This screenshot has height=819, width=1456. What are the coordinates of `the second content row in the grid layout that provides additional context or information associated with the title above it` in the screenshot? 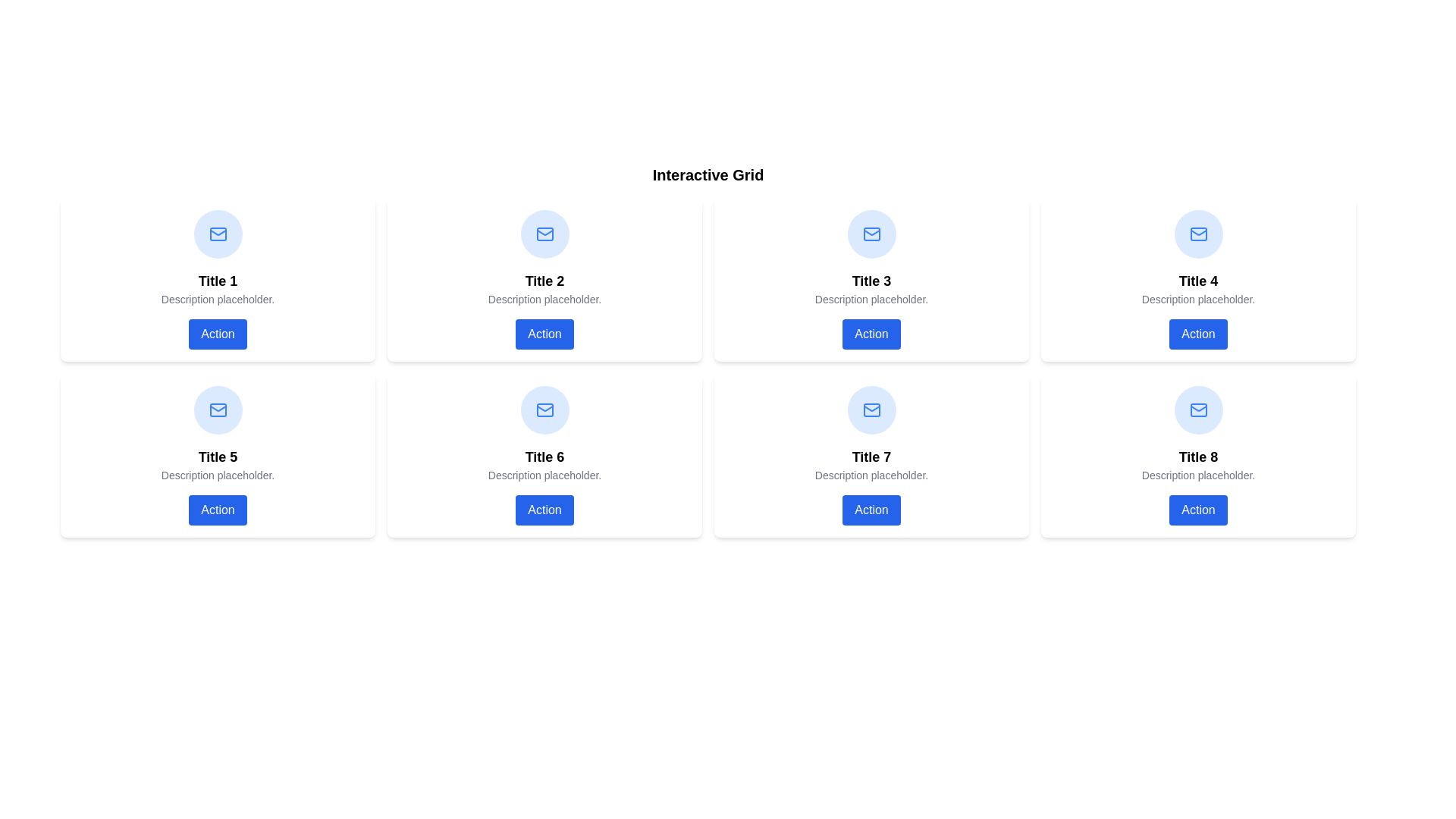 It's located at (544, 299).